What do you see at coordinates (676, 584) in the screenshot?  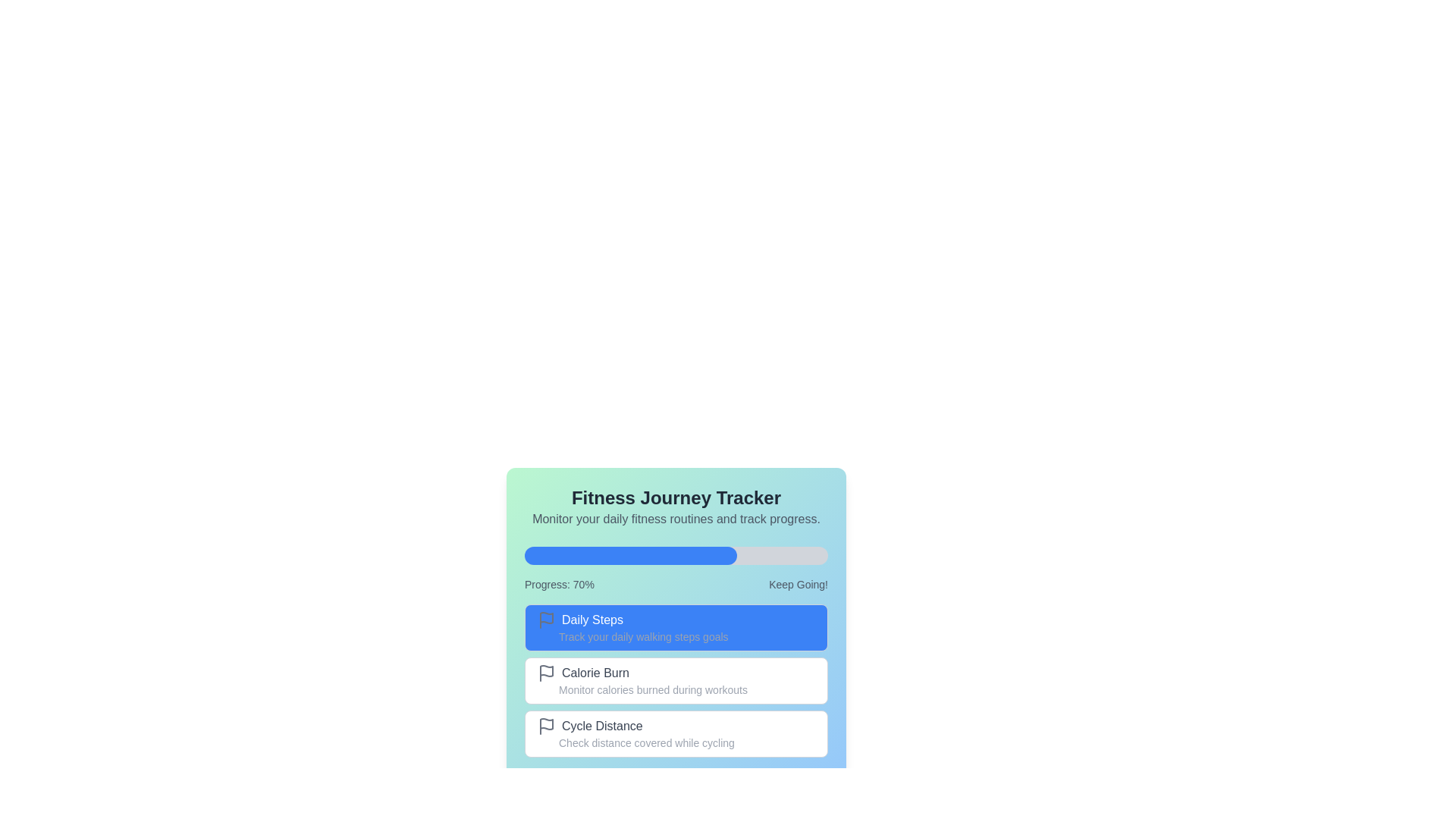 I see `the textual descriptor displaying 'Progress: 70%' and 'Keep Going!' which is located below the blue progress bar and above the 'Daily Steps' section` at bounding box center [676, 584].